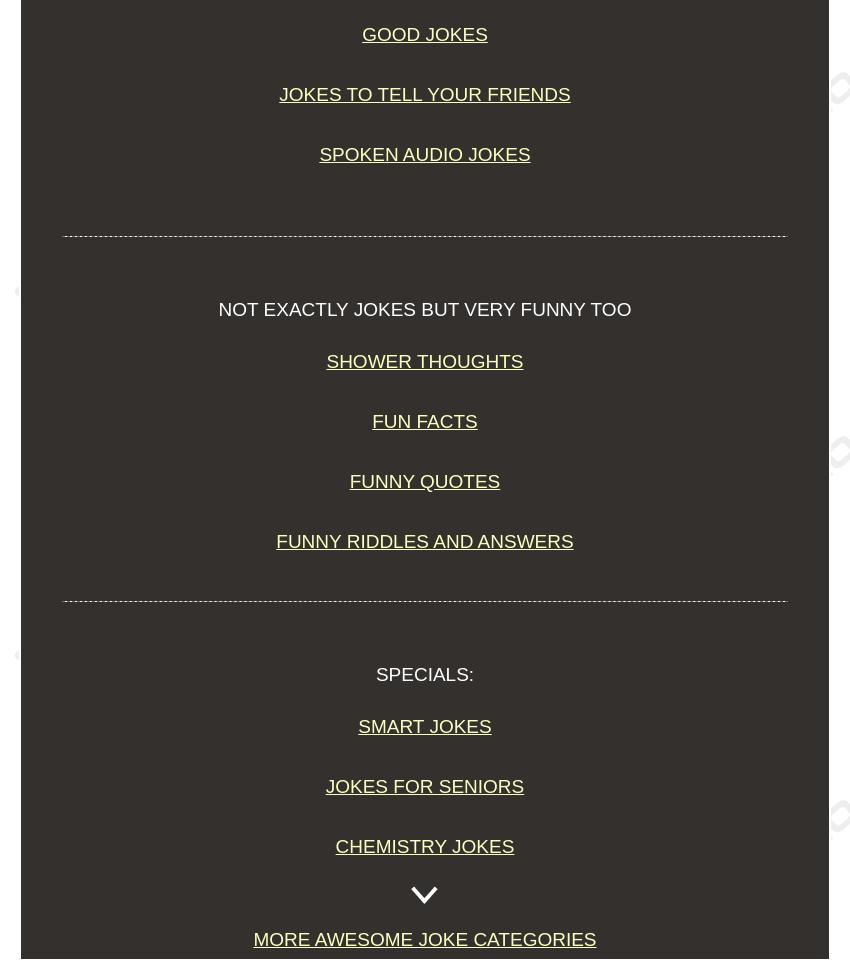 The height and width of the screenshot is (960, 850). What do you see at coordinates (424, 725) in the screenshot?
I see `'Smart Jokes'` at bounding box center [424, 725].